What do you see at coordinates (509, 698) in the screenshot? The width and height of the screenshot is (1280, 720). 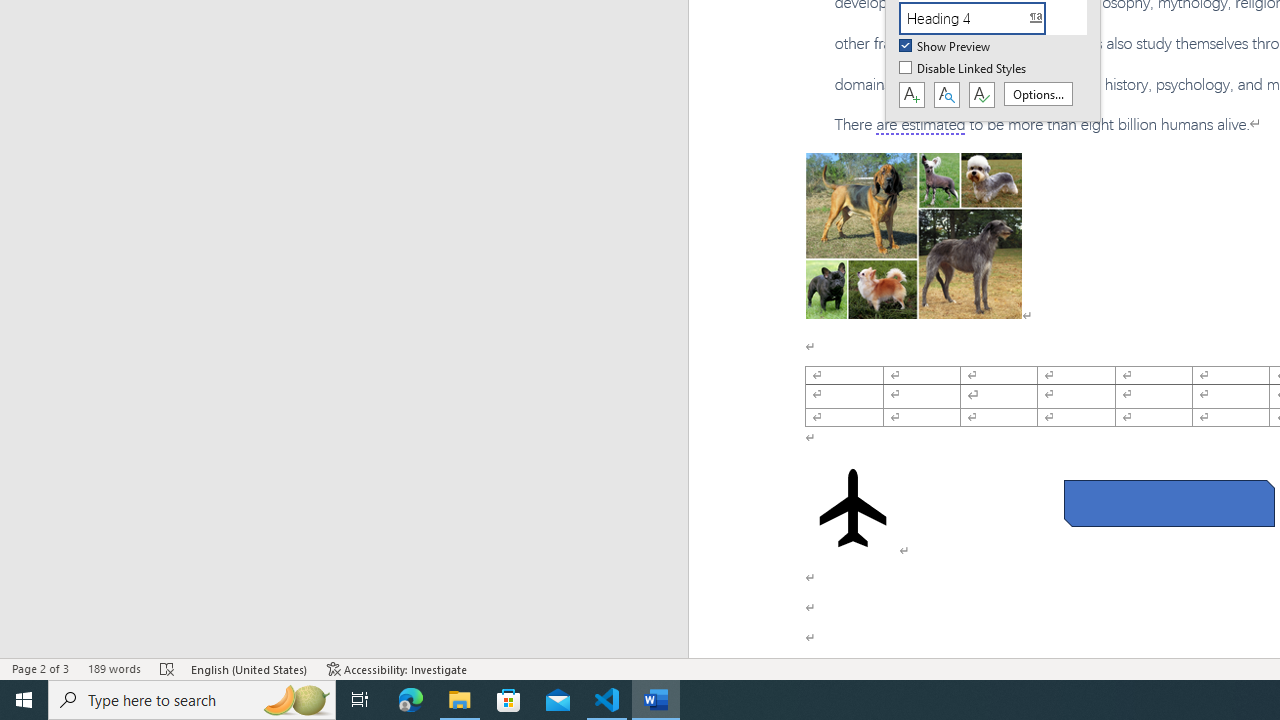 I see `'Microsoft Store'` at bounding box center [509, 698].